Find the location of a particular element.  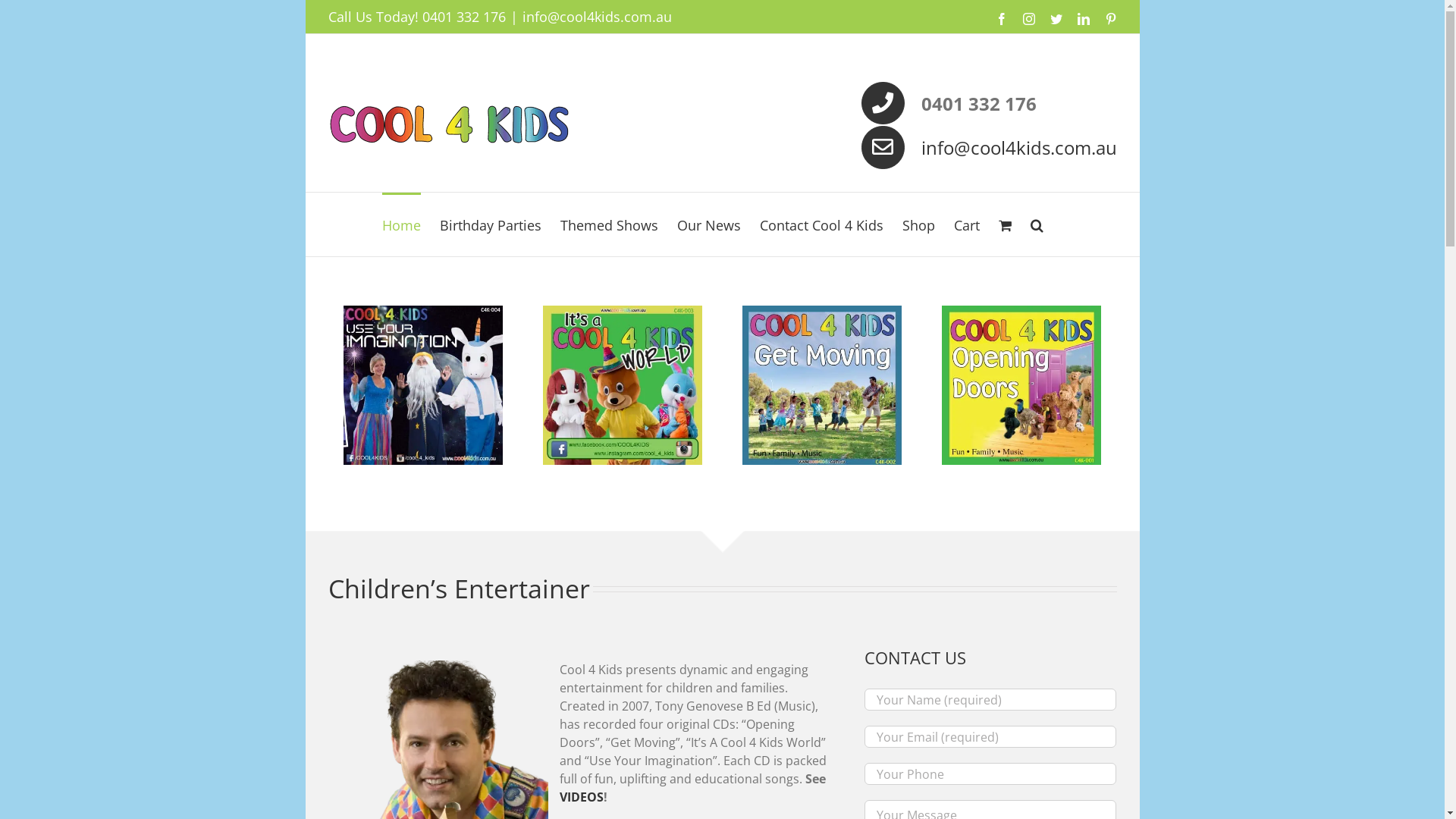

'Cart' is located at coordinates (966, 224).